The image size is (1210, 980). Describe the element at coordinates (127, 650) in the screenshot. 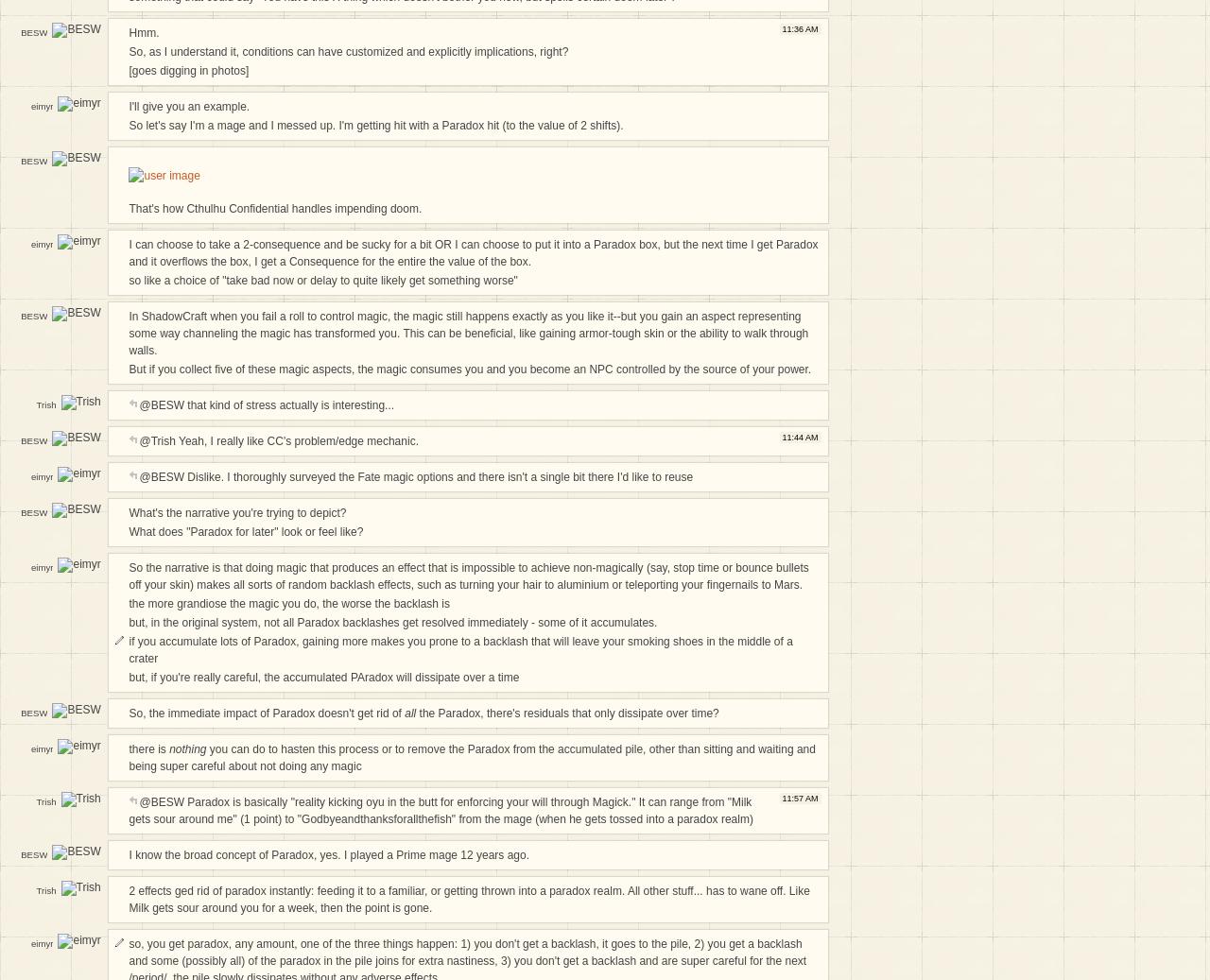

I see `'if you accumulate lots of Paradox, gaining more makes you prone to a backlash that will leave your smoking shoes in the middle of a crater'` at that location.